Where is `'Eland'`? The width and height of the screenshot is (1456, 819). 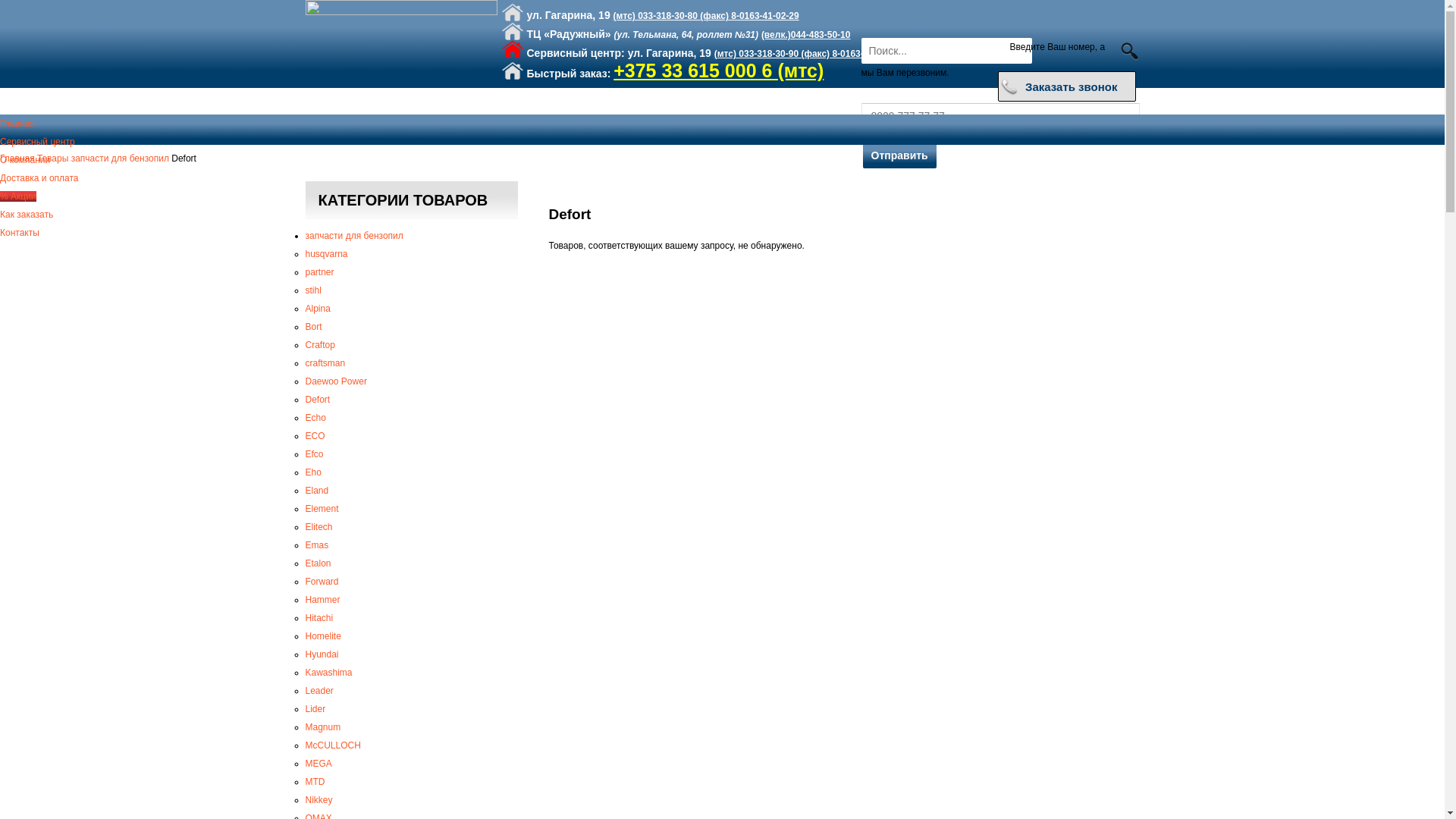
'Eland' is located at coordinates (315, 491).